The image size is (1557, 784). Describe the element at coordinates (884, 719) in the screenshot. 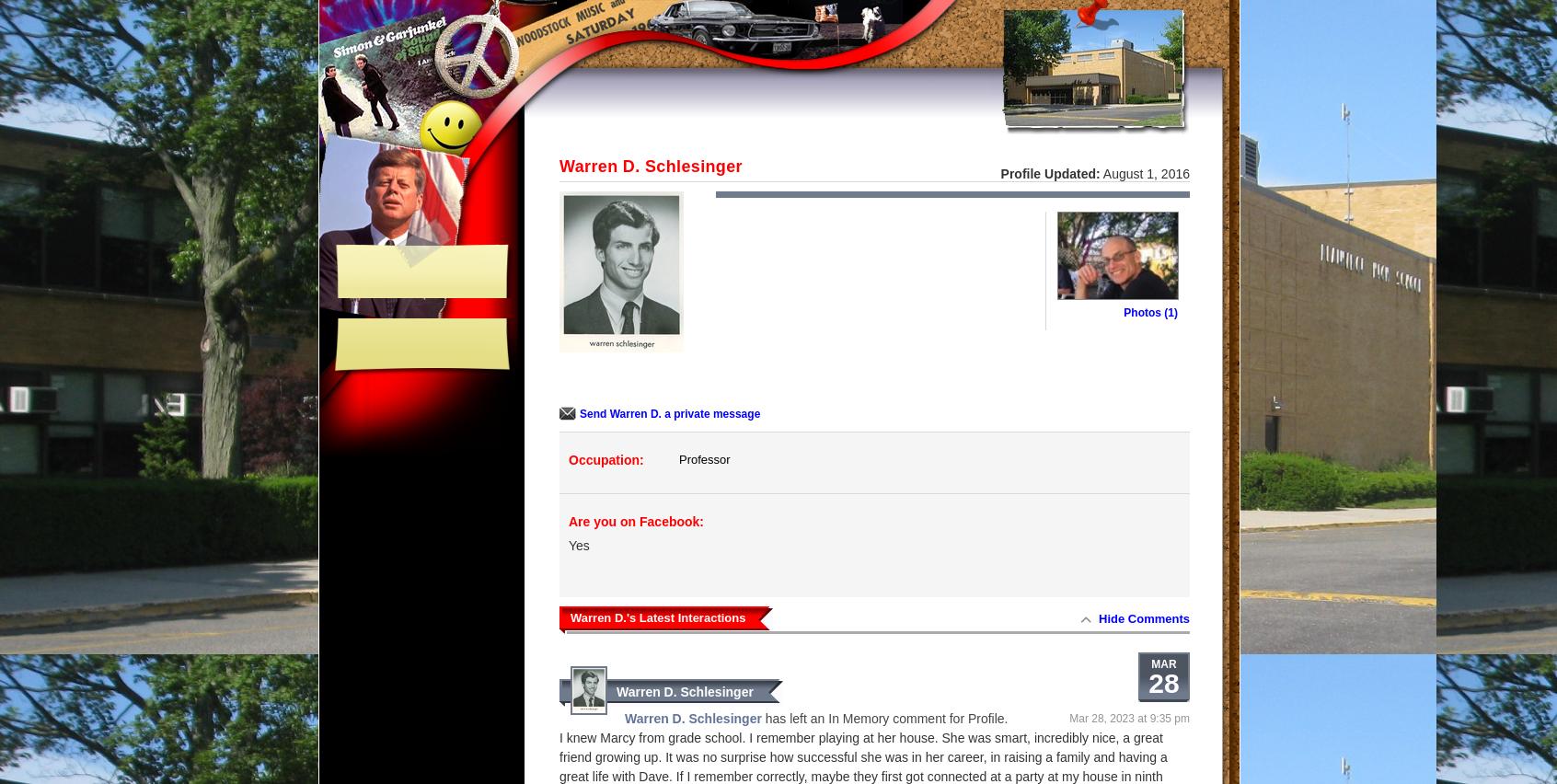

I see `'has left an In Memory comment for  Profile.'` at that location.